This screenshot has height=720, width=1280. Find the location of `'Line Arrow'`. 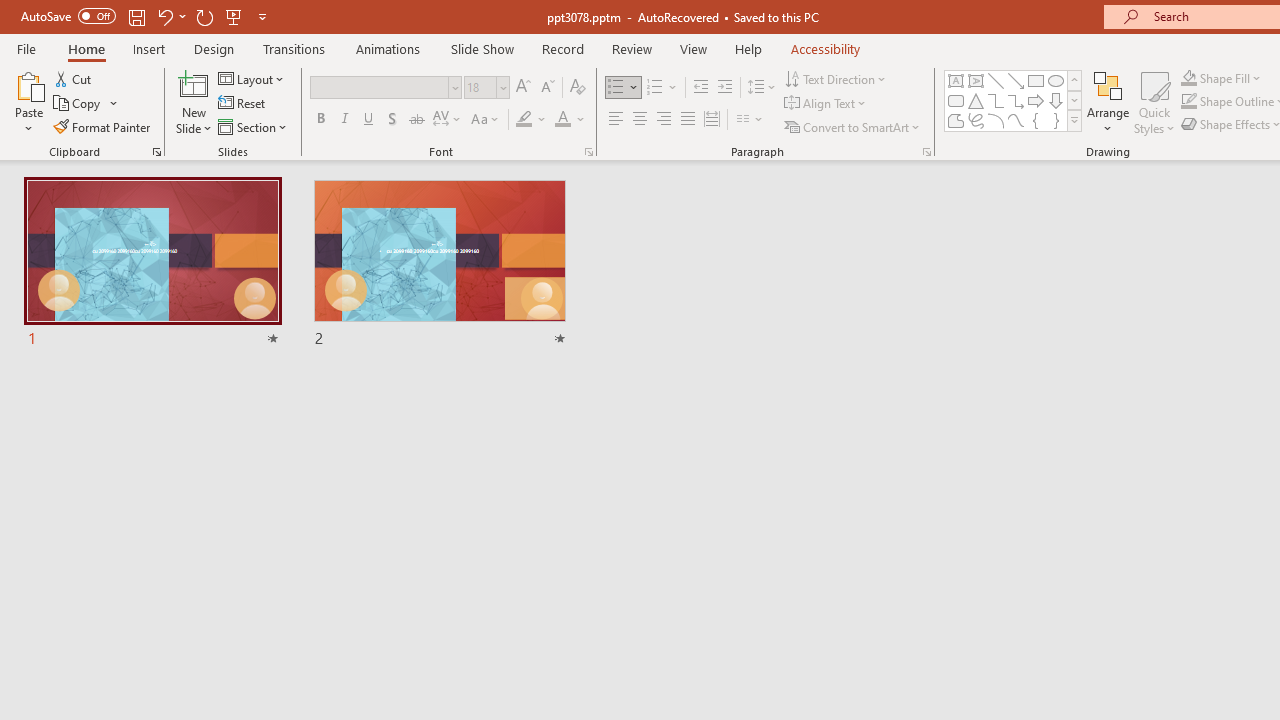

'Line Arrow' is located at coordinates (1016, 80).